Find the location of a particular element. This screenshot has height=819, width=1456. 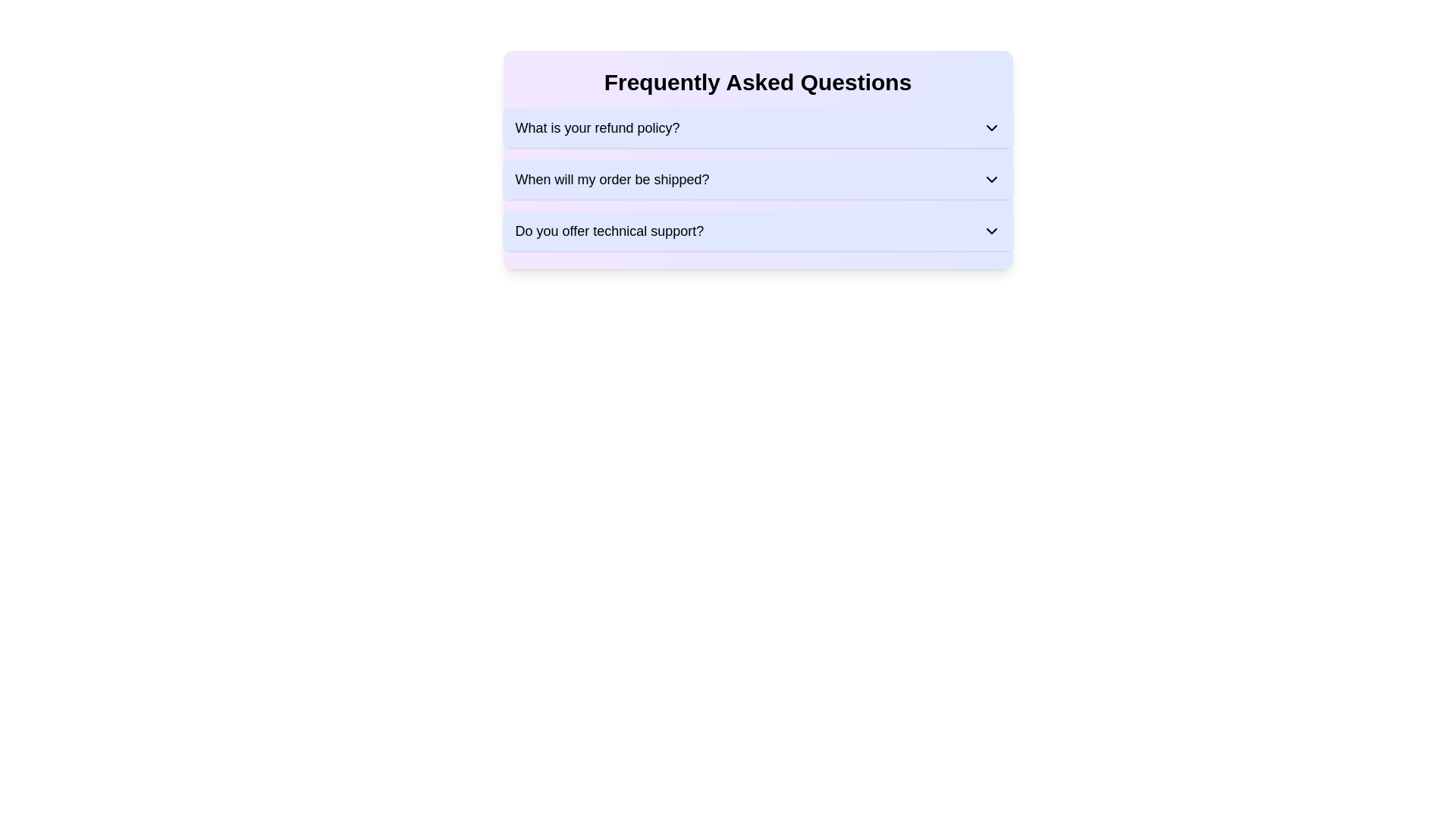

the third collapsible question panel in the FAQ section is located at coordinates (758, 231).